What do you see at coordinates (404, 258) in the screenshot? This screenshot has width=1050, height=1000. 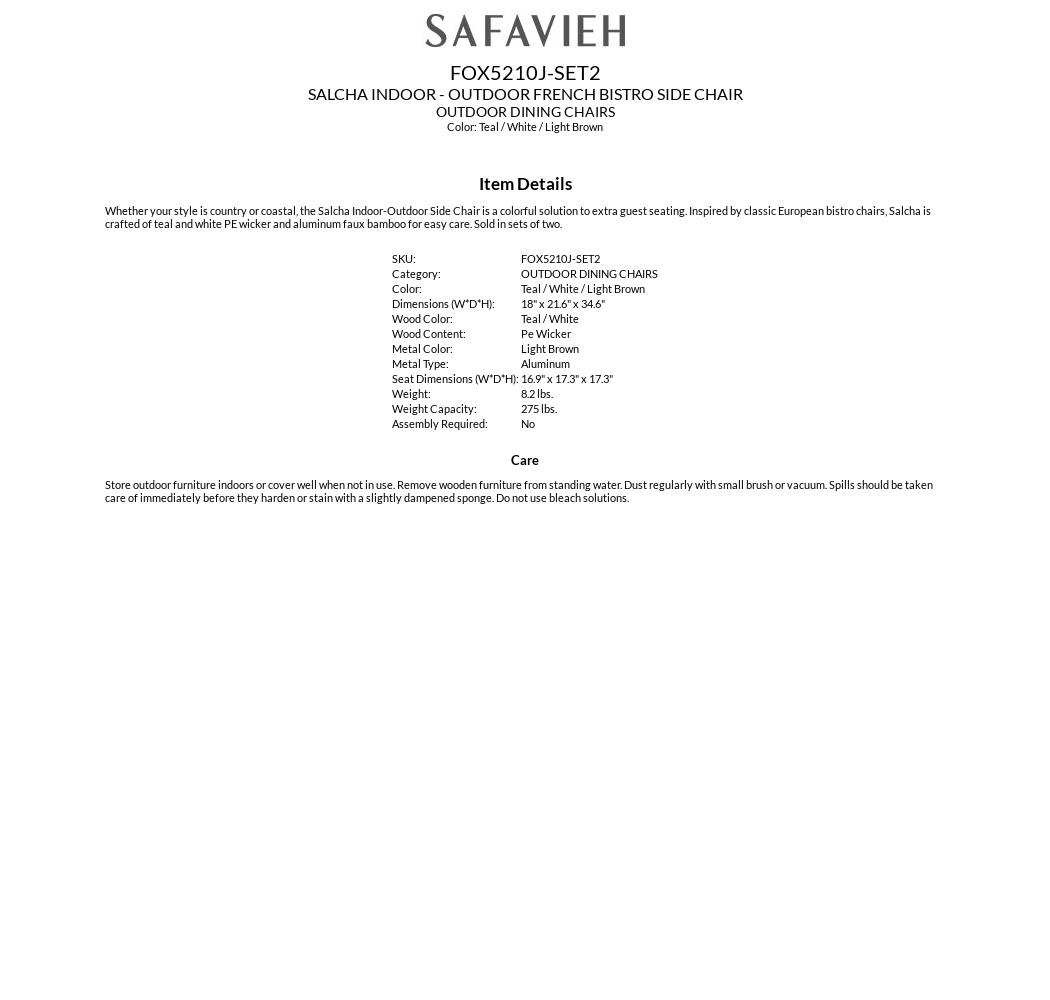 I see `'SKU:'` at bounding box center [404, 258].